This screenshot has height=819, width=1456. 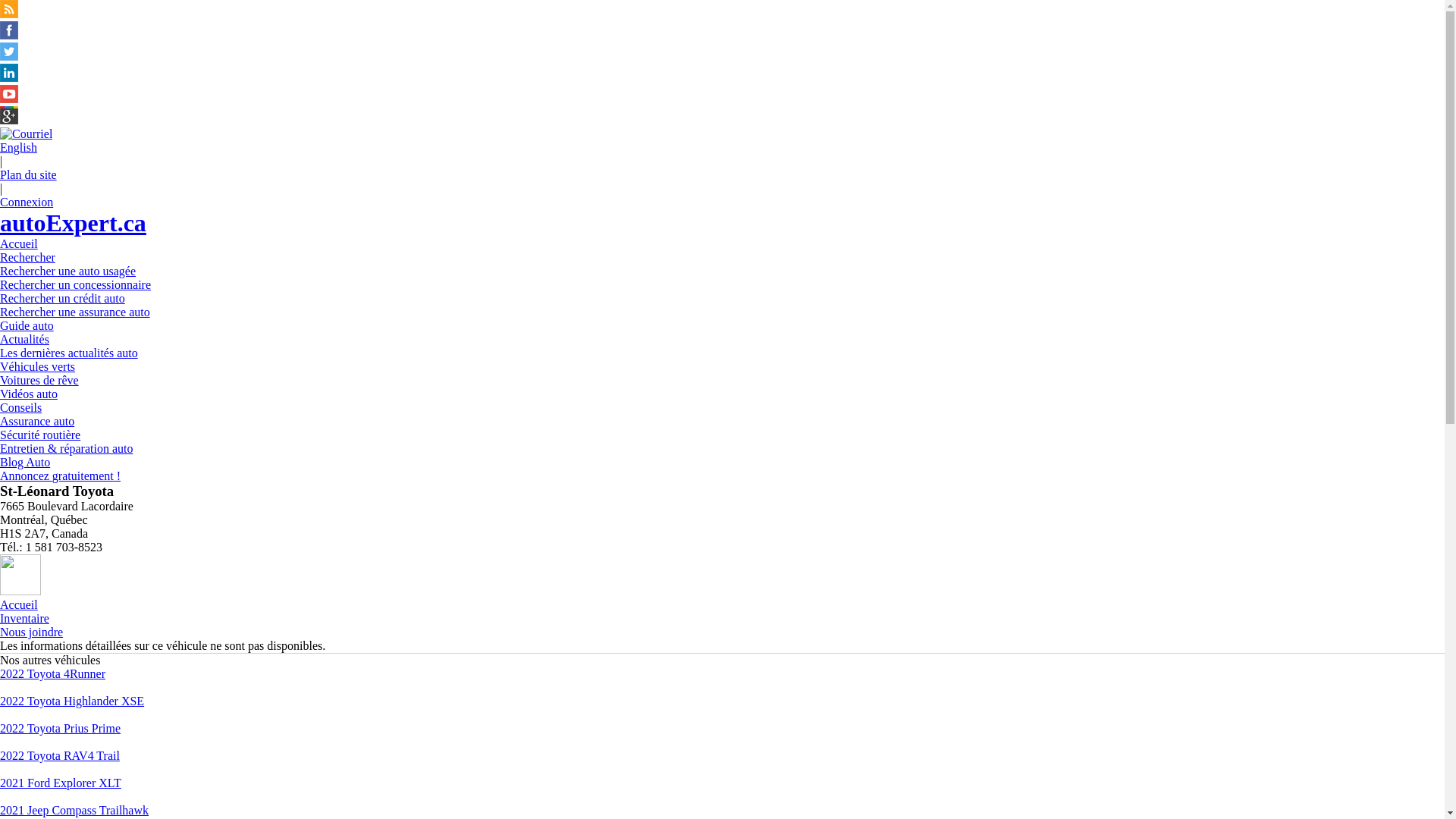 I want to click on 'Accueil', so click(x=0, y=604).